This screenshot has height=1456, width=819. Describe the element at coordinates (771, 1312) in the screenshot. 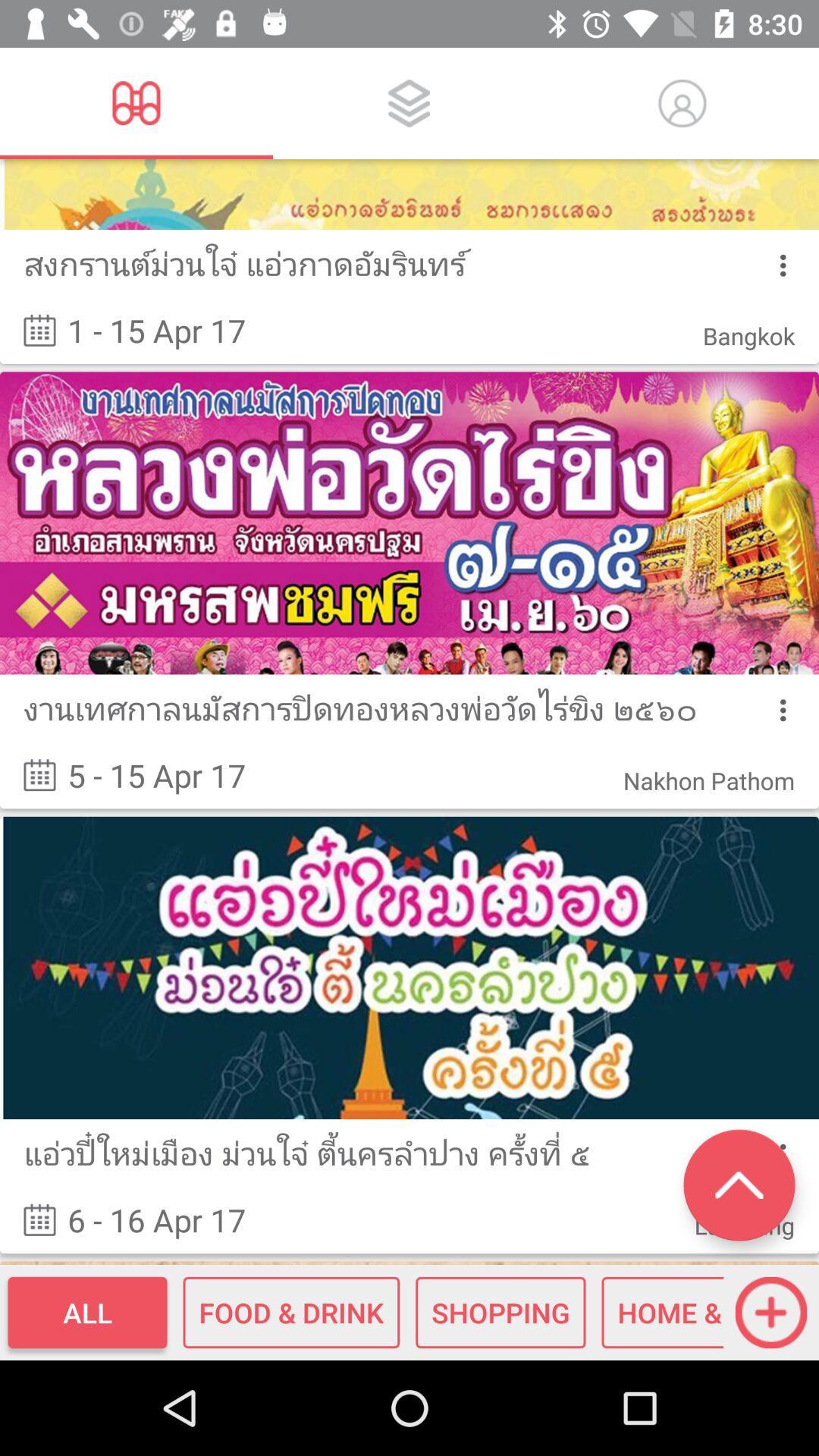

I see `the add icon` at that location.